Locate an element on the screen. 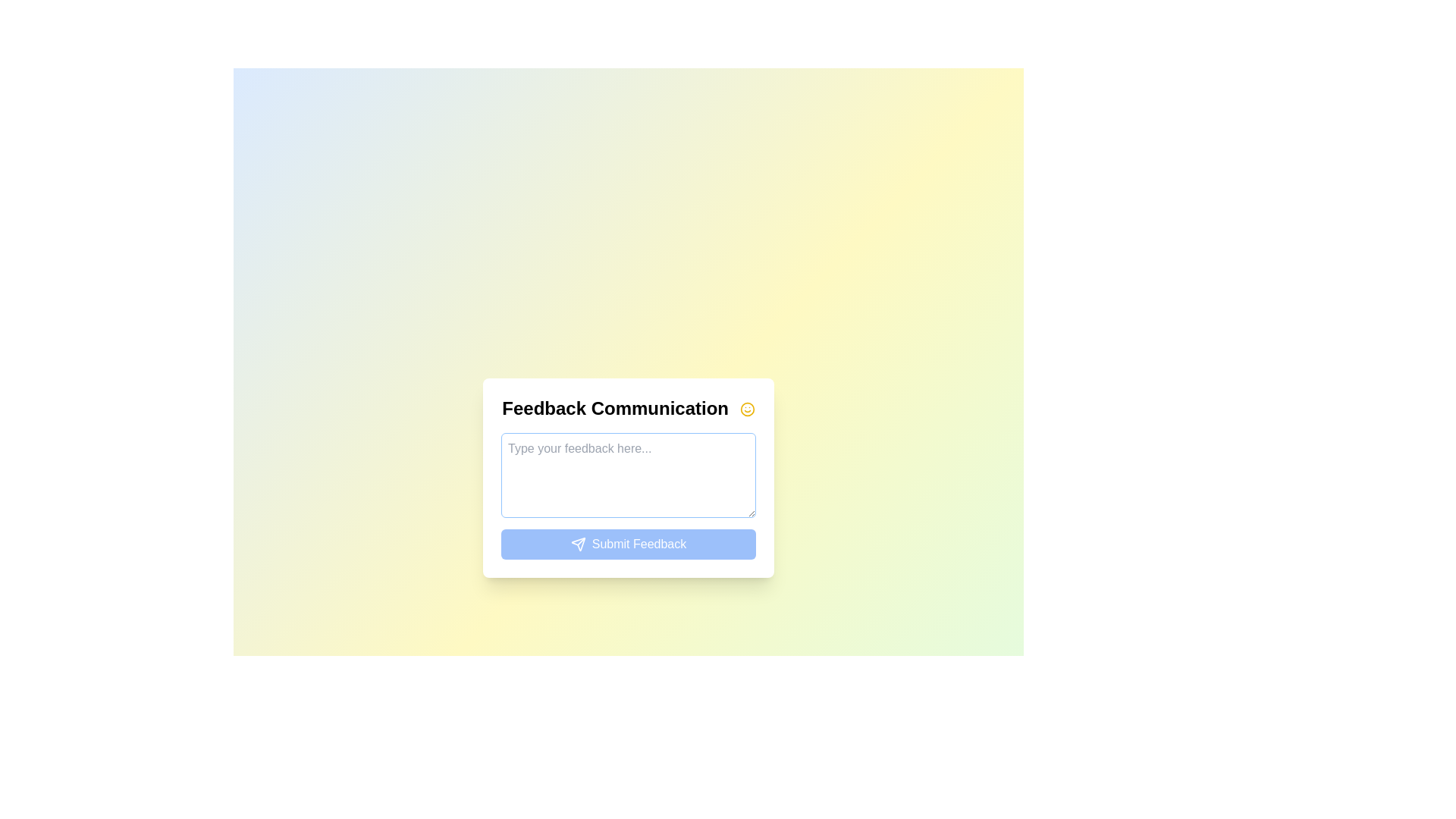  the 'Feedback Communication' header element, which is styled with a bold, large font and a dark blue-gray color, accompanied by a small yellow smiley face icon, located at the top of a white feedback card is located at coordinates (629, 406).